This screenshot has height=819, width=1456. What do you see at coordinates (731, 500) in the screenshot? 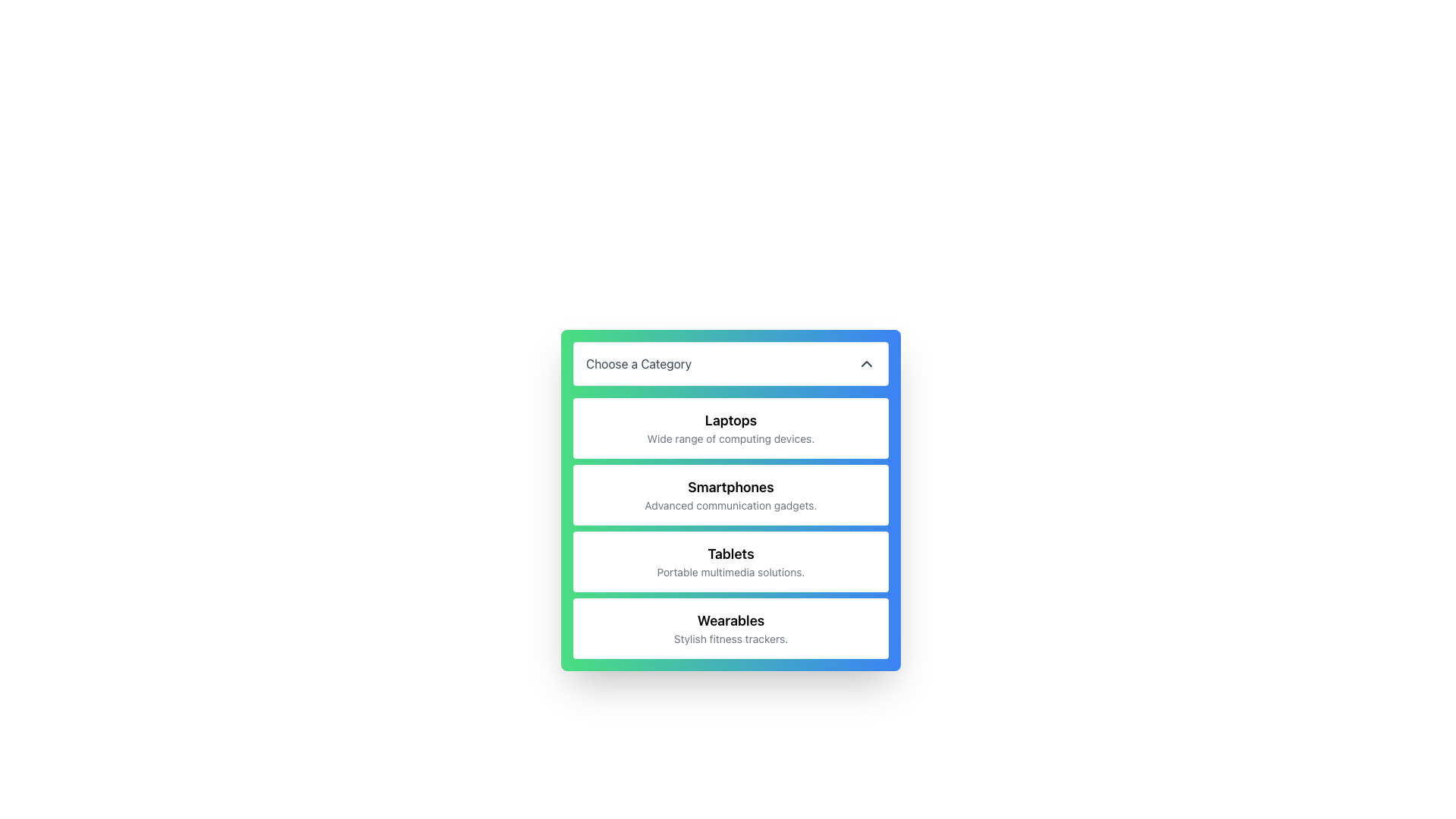
I see `the 'Smartphones' option in the categorized list` at bounding box center [731, 500].